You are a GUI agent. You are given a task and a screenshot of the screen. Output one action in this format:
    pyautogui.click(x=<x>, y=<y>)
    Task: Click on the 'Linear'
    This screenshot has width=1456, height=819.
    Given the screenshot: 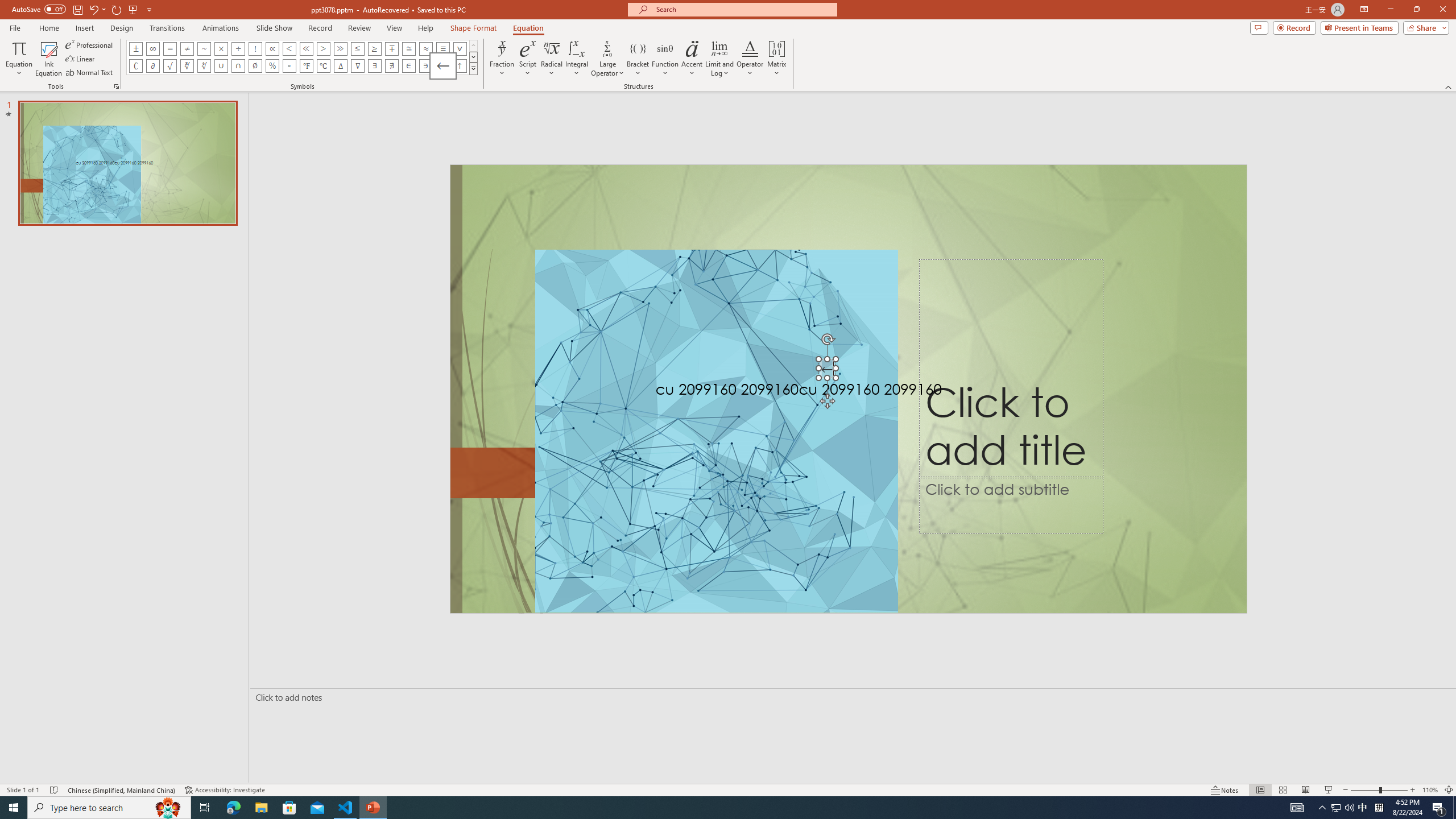 What is the action you would take?
    pyautogui.click(x=81, y=59)
    